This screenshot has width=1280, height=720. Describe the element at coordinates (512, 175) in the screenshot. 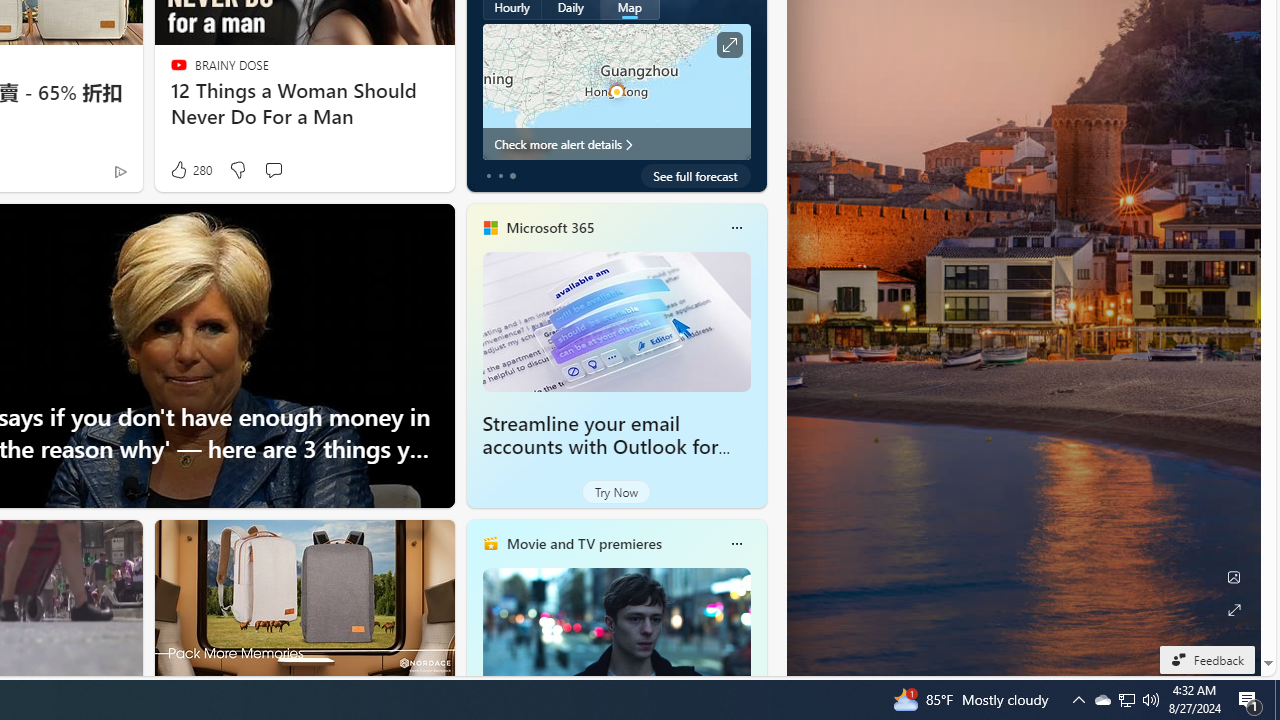

I see `'tab-2'` at that location.